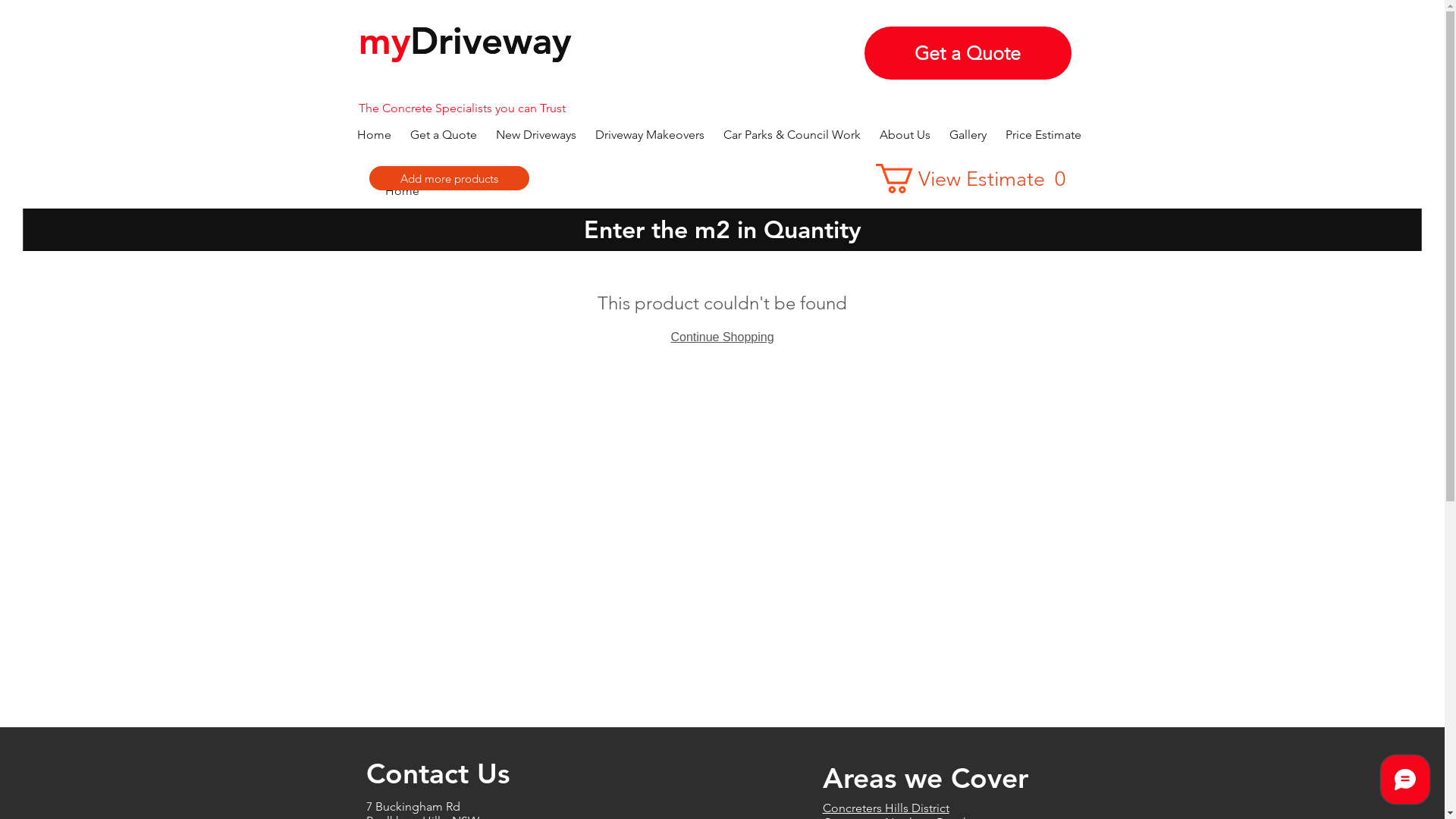 The image size is (1456, 819). What do you see at coordinates (941, 133) in the screenshot?
I see `'Gallery'` at bounding box center [941, 133].